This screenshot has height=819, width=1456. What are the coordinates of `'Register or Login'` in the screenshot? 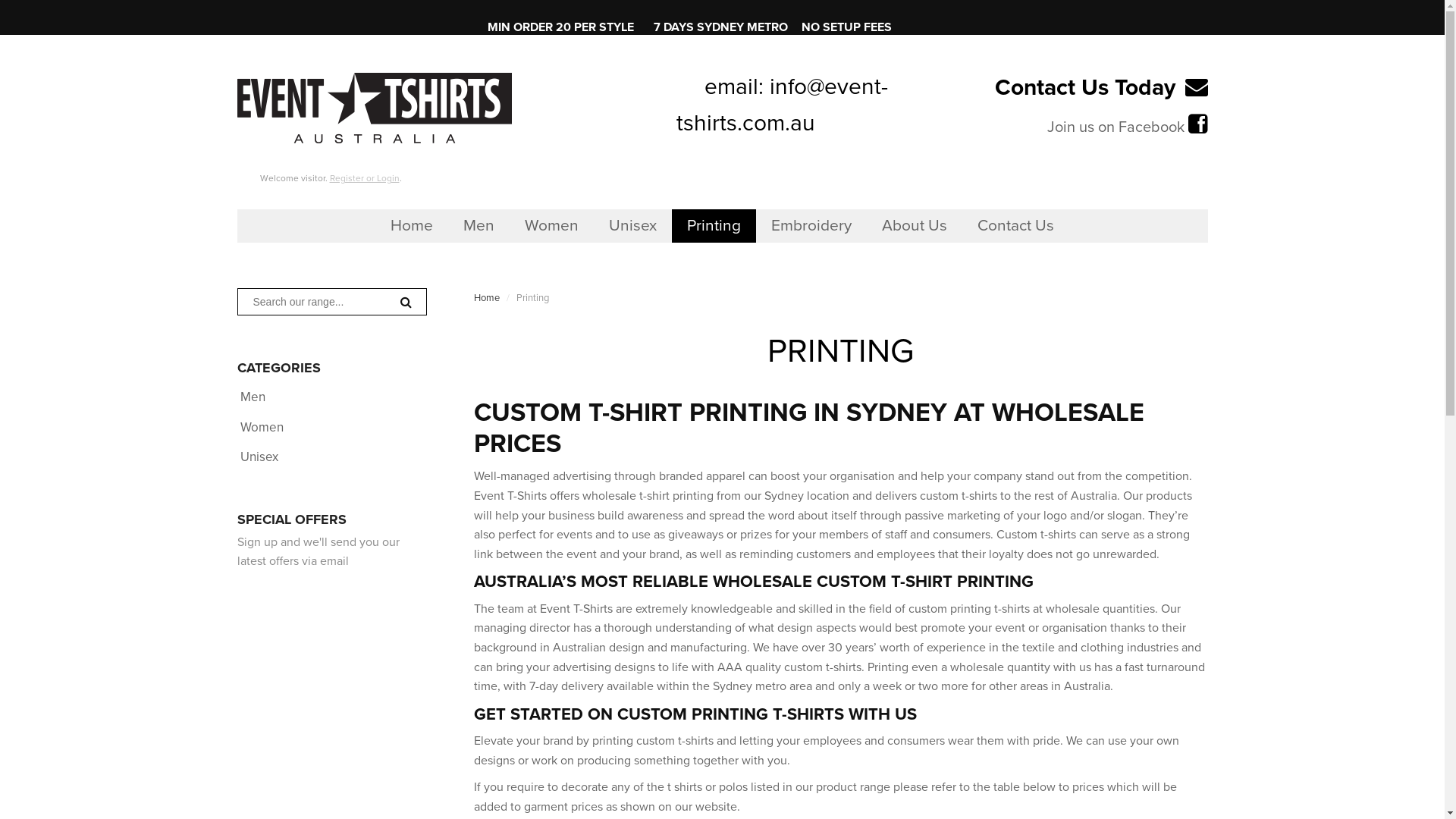 It's located at (328, 177).